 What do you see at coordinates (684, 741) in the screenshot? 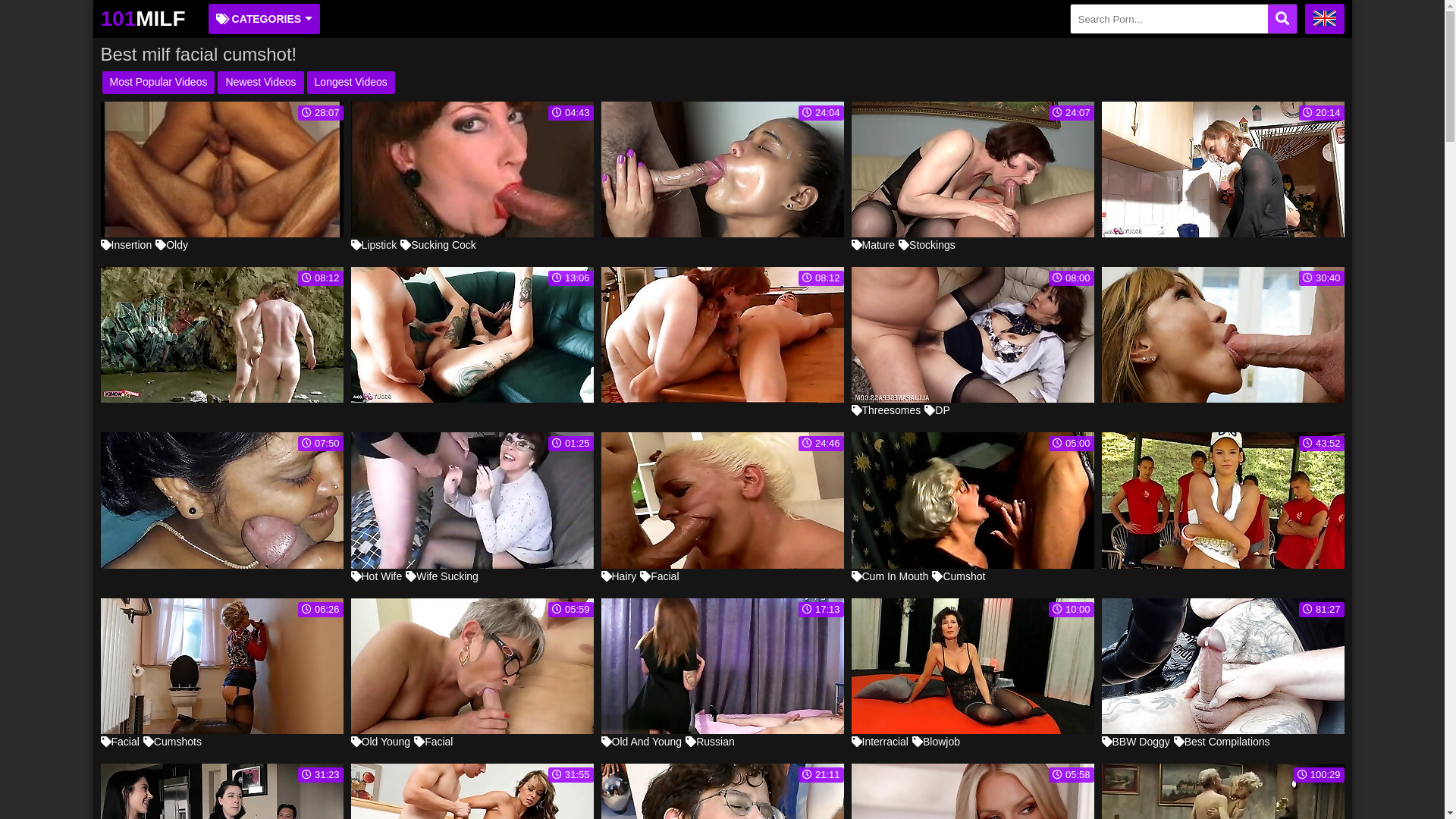
I see `'Russian'` at bounding box center [684, 741].